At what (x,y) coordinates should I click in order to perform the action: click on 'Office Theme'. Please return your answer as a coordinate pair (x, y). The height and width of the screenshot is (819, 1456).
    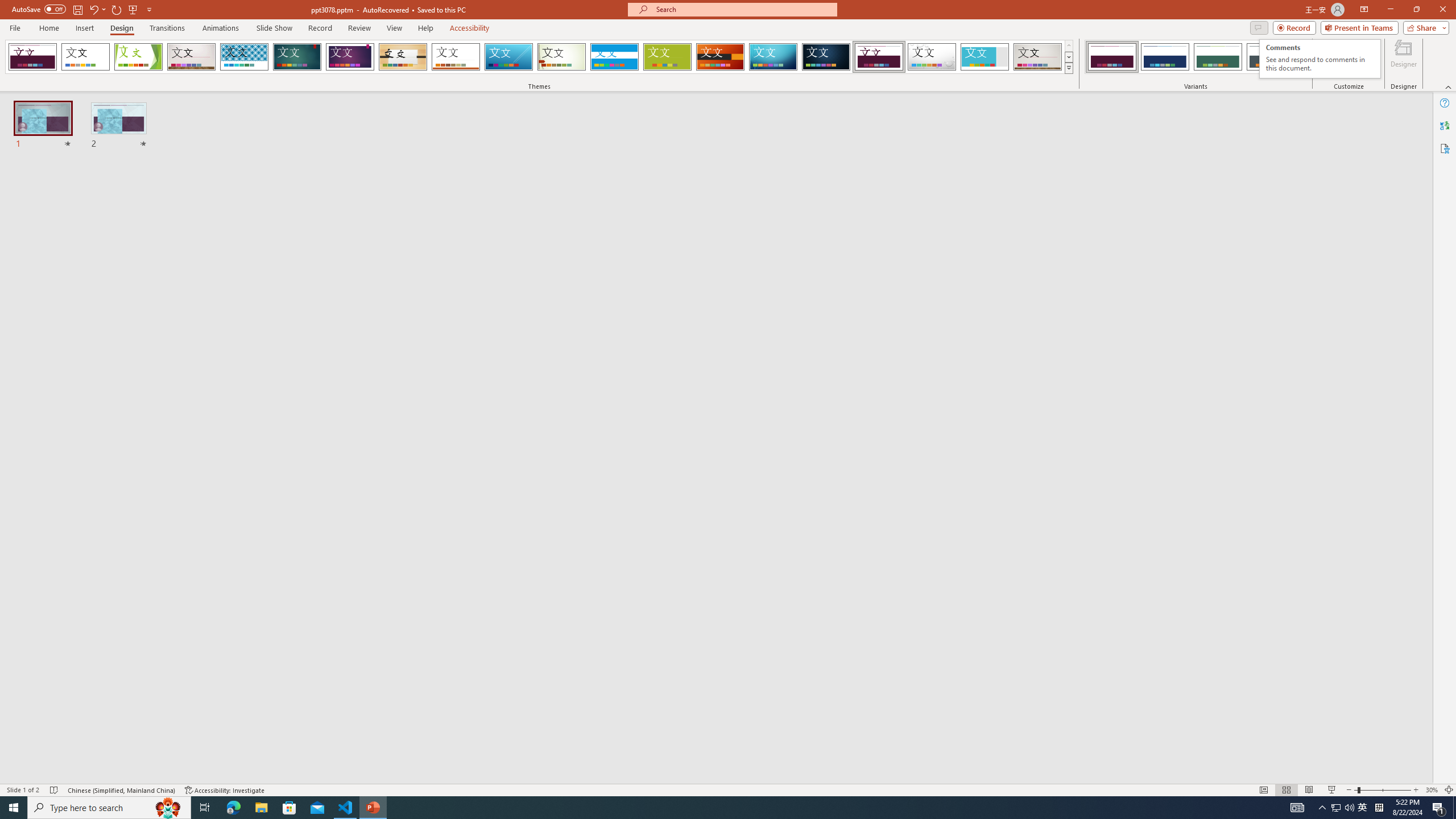
    Looking at the image, I should click on (85, 56).